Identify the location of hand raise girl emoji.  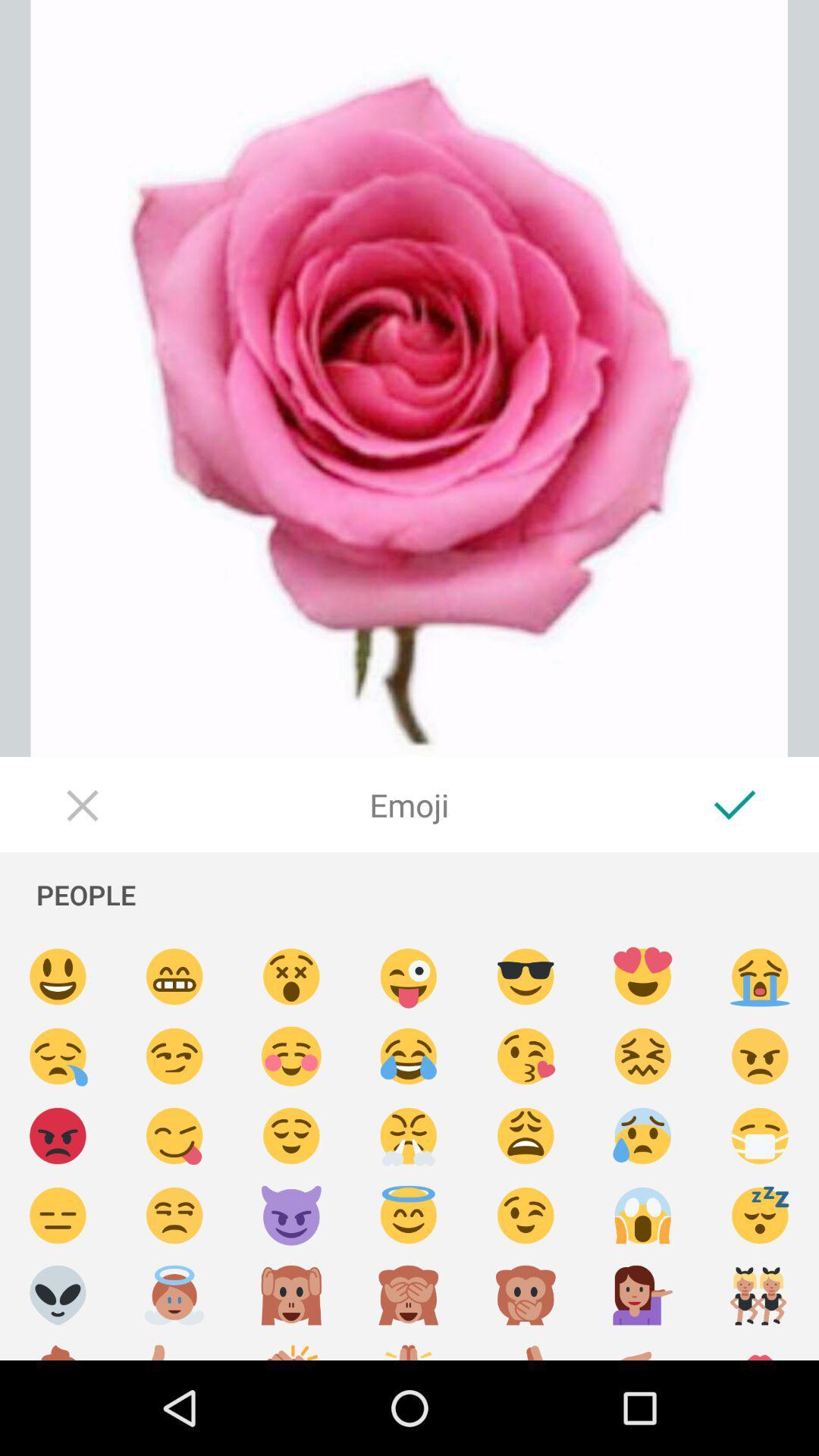
(643, 1294).